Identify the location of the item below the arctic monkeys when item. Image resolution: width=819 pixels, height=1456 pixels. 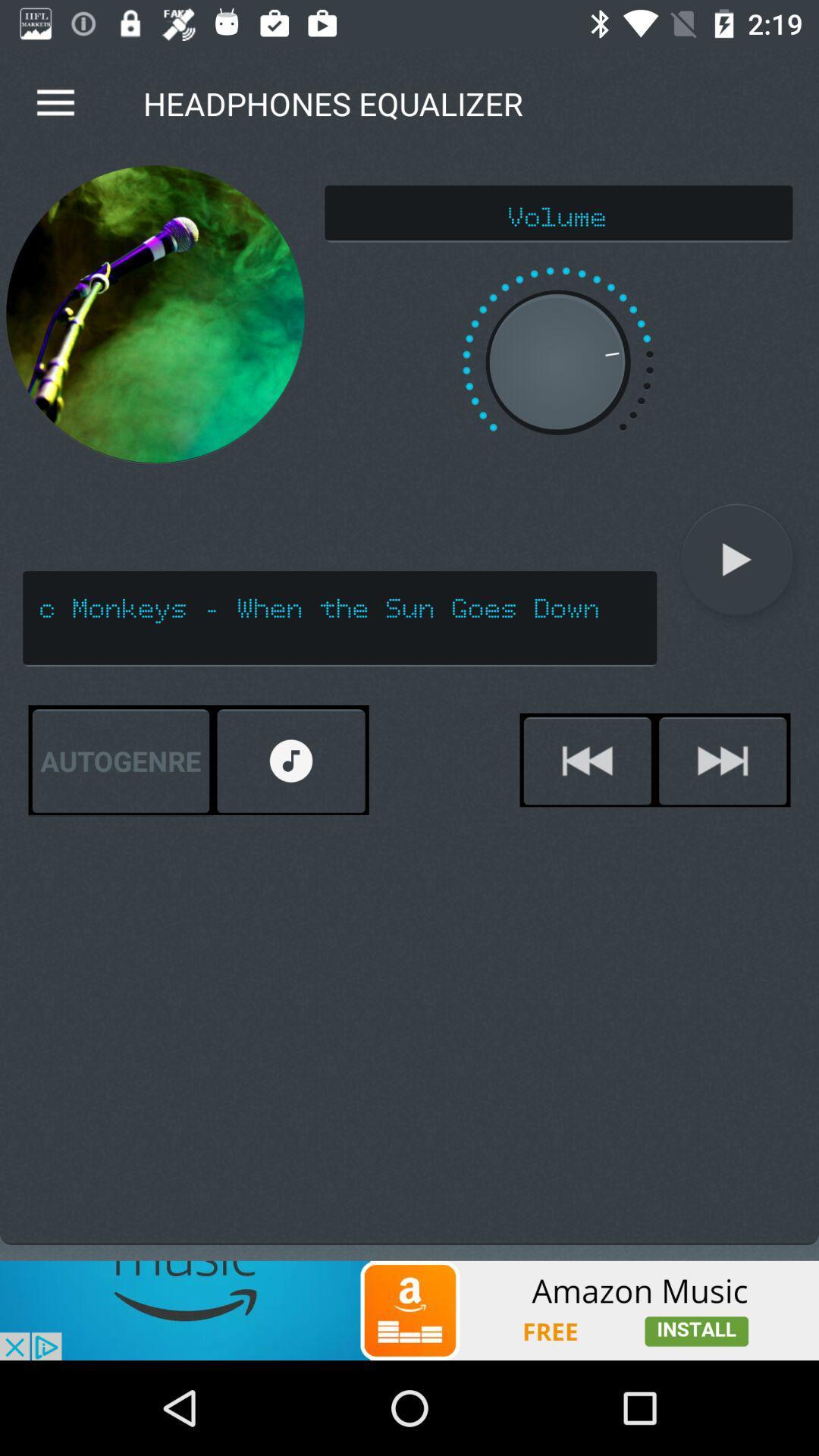
(291, 761).